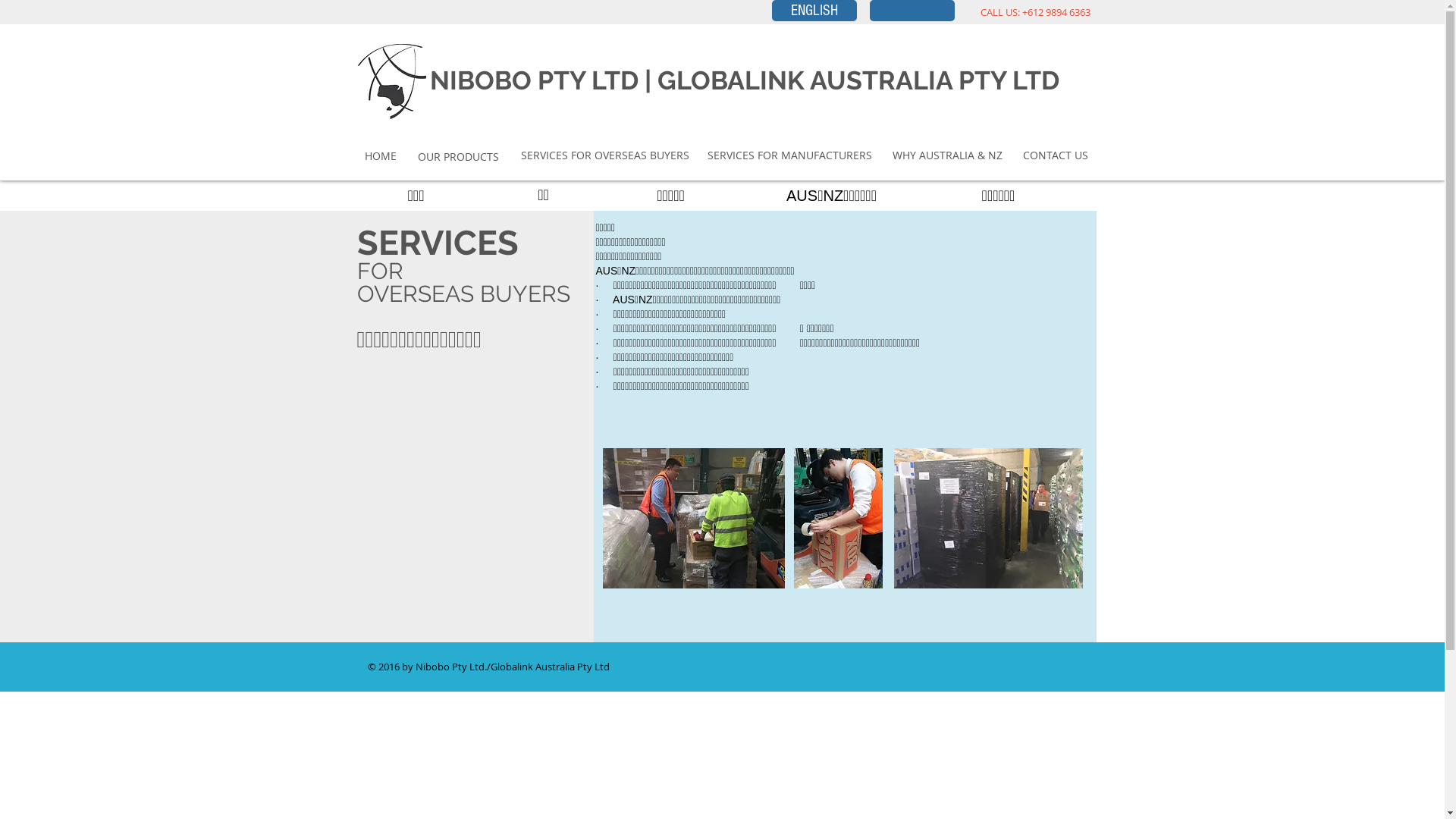 The width and height of the screenshot is (1456, 819). I want to click on 'NIBOBO PTY LTD', so click(533, 80).